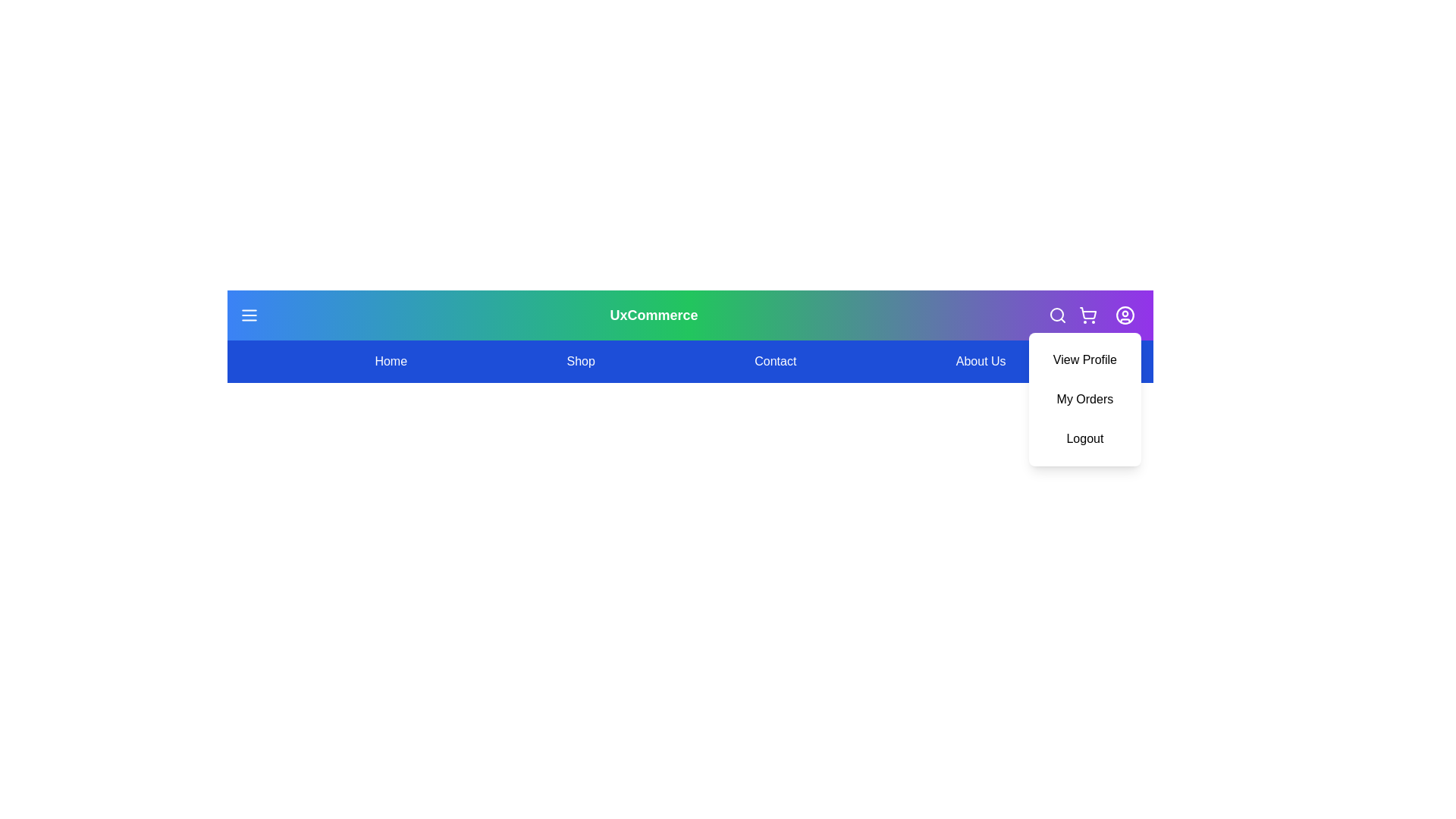 The height and width of the screenshot is (819, 1456). What do you see at coordinates (1087, 315) in the screenshot?
I see `the shopping cart icon to view the cart` at bounding box center [1087, 315].